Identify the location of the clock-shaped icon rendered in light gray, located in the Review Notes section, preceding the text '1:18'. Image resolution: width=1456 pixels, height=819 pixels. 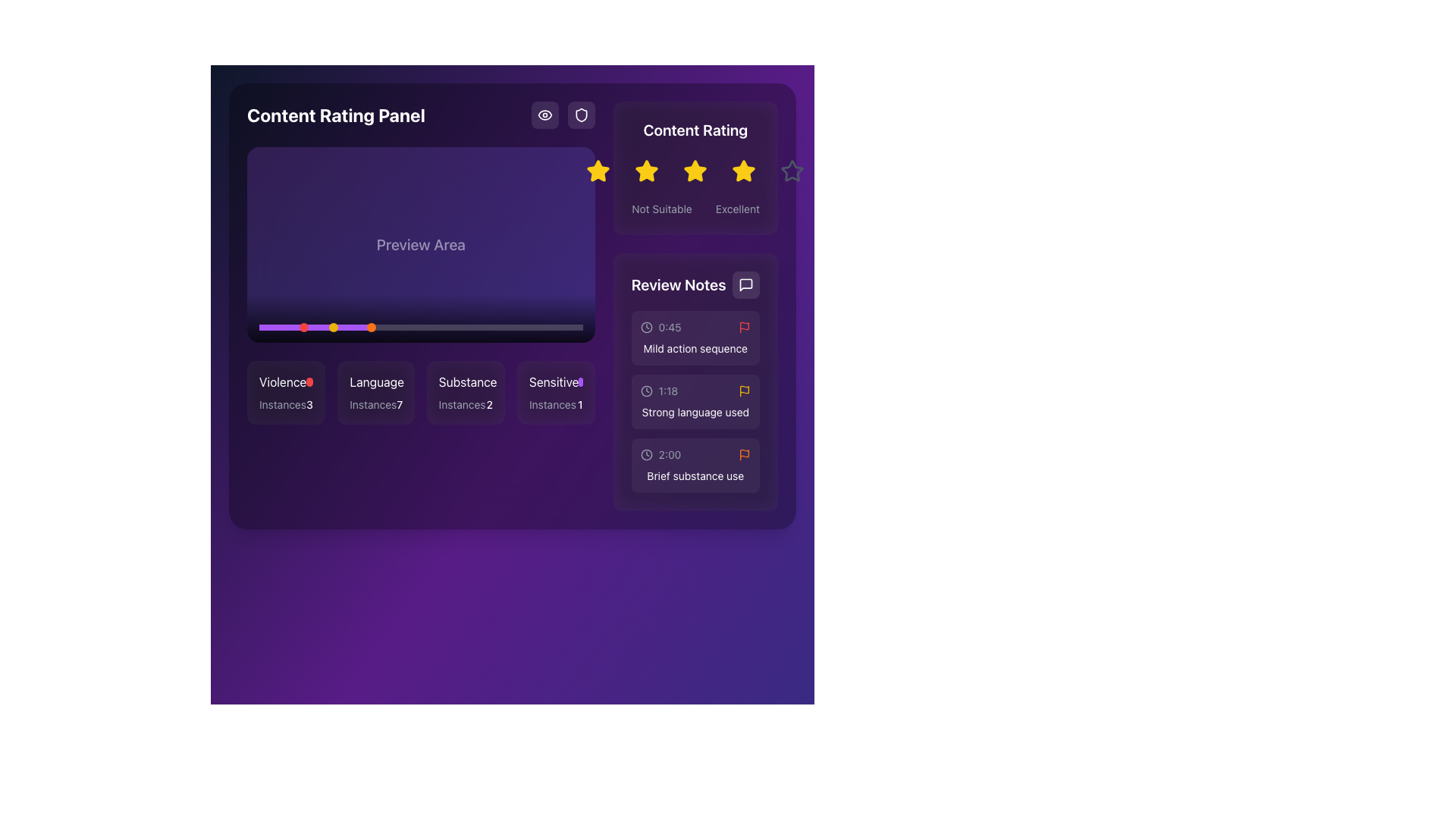
(646, 391).